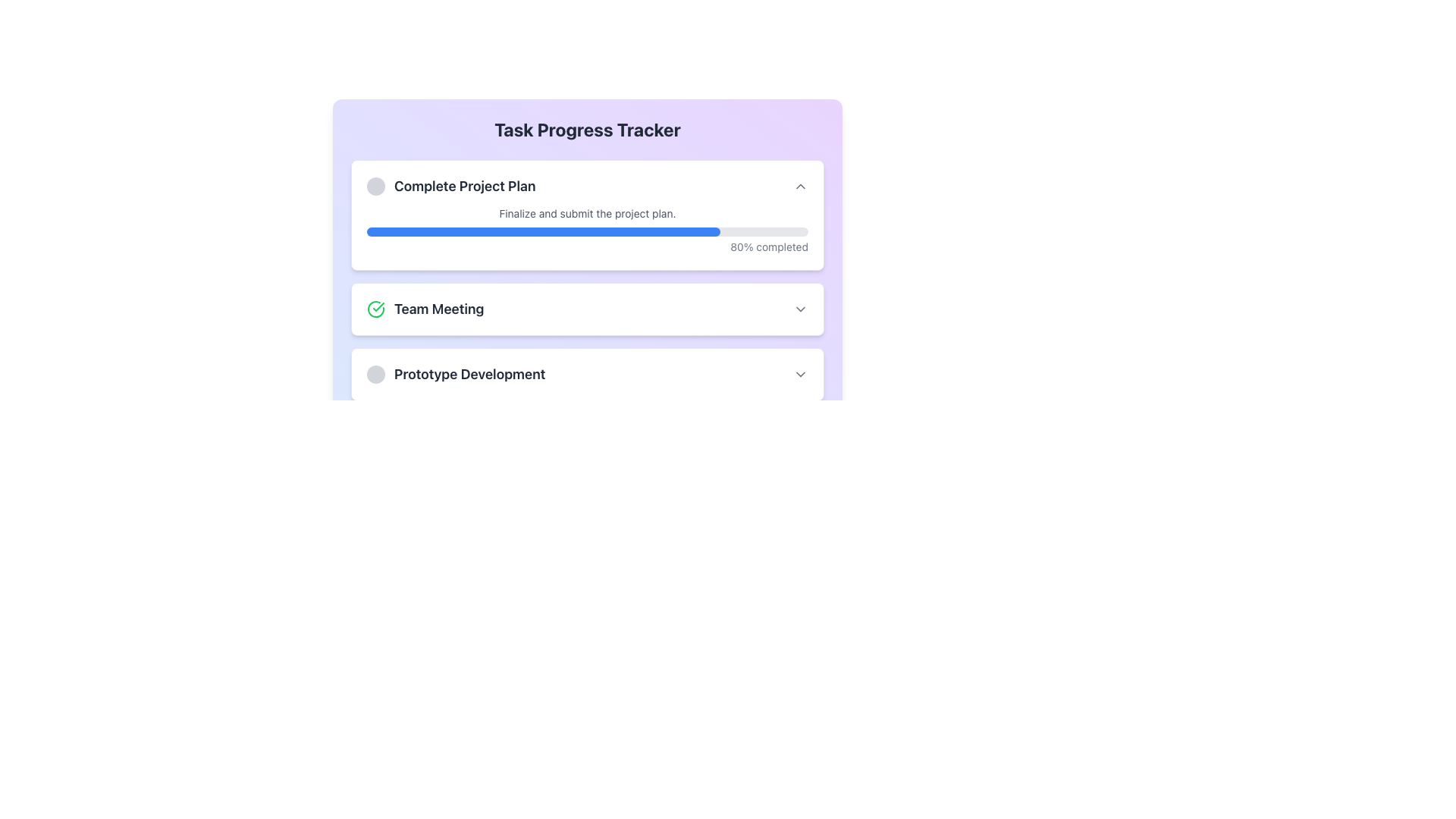 This screenshot has height=819, width=1456. What do you see at coordinates (586, 231) in the screenshot?
I see `the horizontal progress bar with a blue fill indicating progress, located under the text 'Finalize and submit the project plan.' and above the '80% completed' text` at bounding box center [586, 231].